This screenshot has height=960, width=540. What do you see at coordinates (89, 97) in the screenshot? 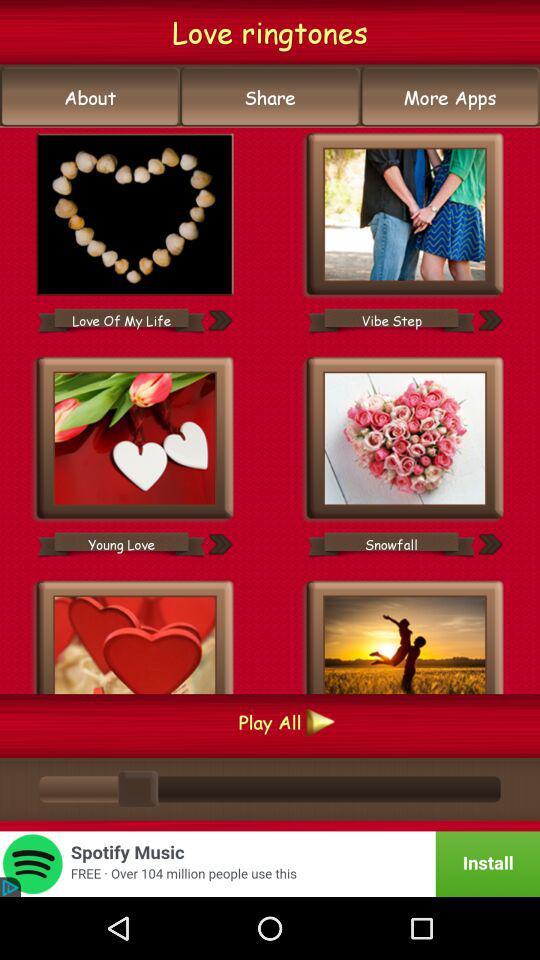
I see `the icon below the love ringtones item` at bounding box center [89, 97].